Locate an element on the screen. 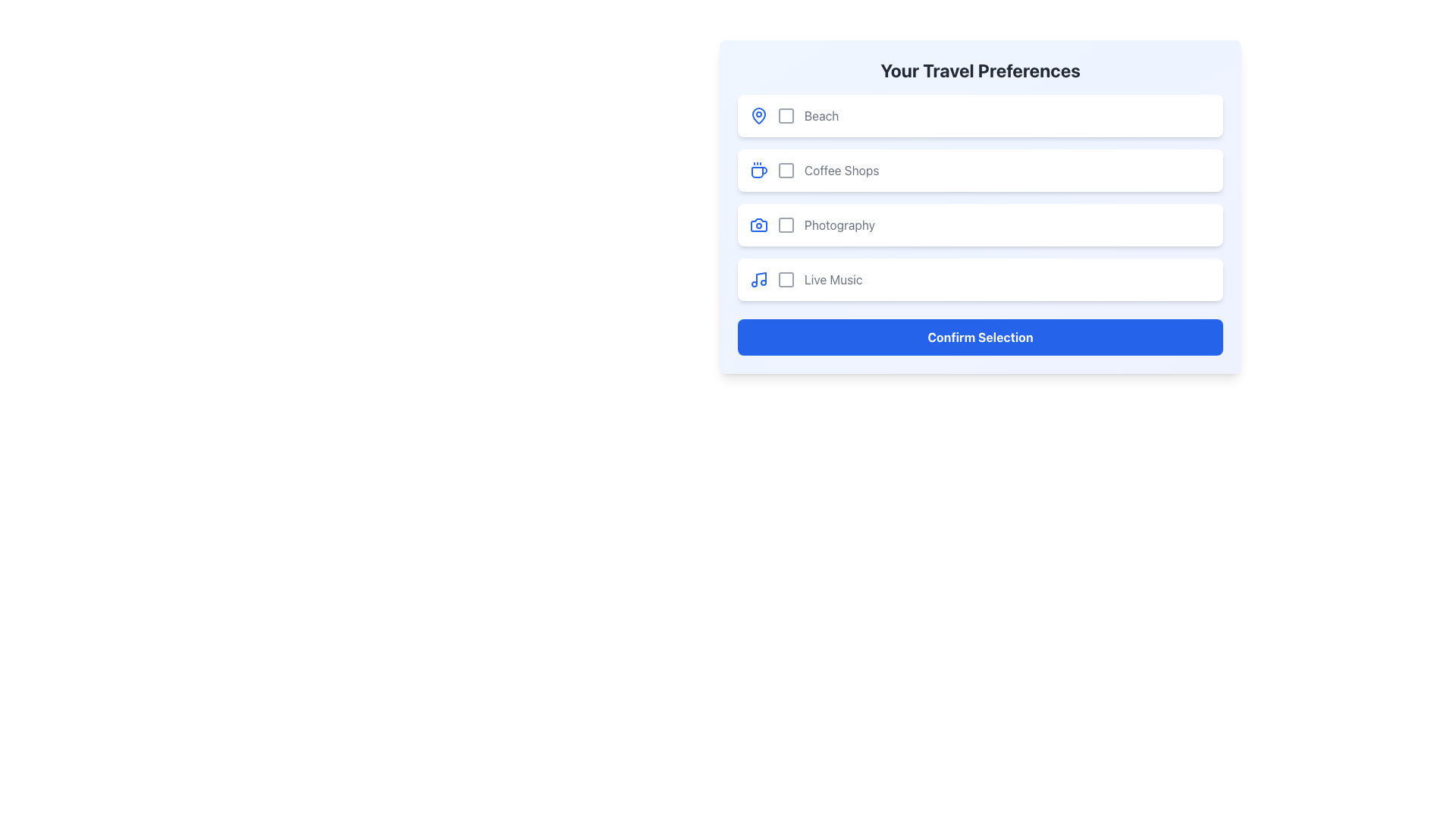 This screenshot has width=1456, height=819. the distinct rectangular 'Confirm Selection' button with a bright blue background and bold white text, located at the bottom of the user preferences box is located at coordinates (980, 336).